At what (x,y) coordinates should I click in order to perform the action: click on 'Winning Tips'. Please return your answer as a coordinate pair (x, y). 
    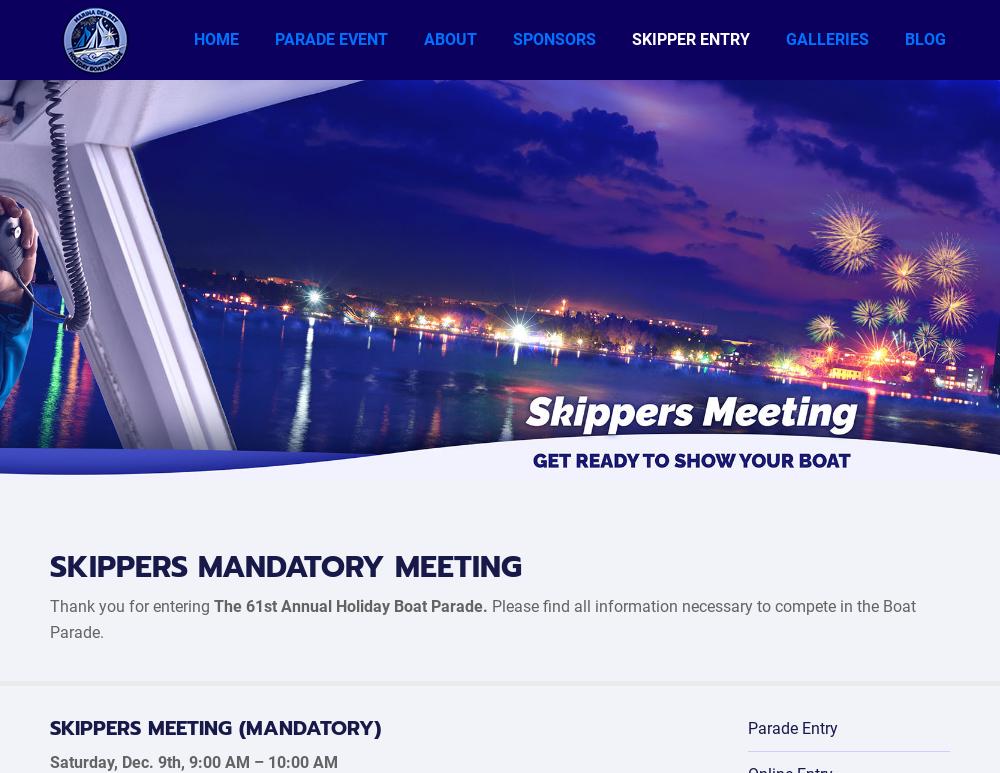
    Looking at the image, I should click on (670, 372).